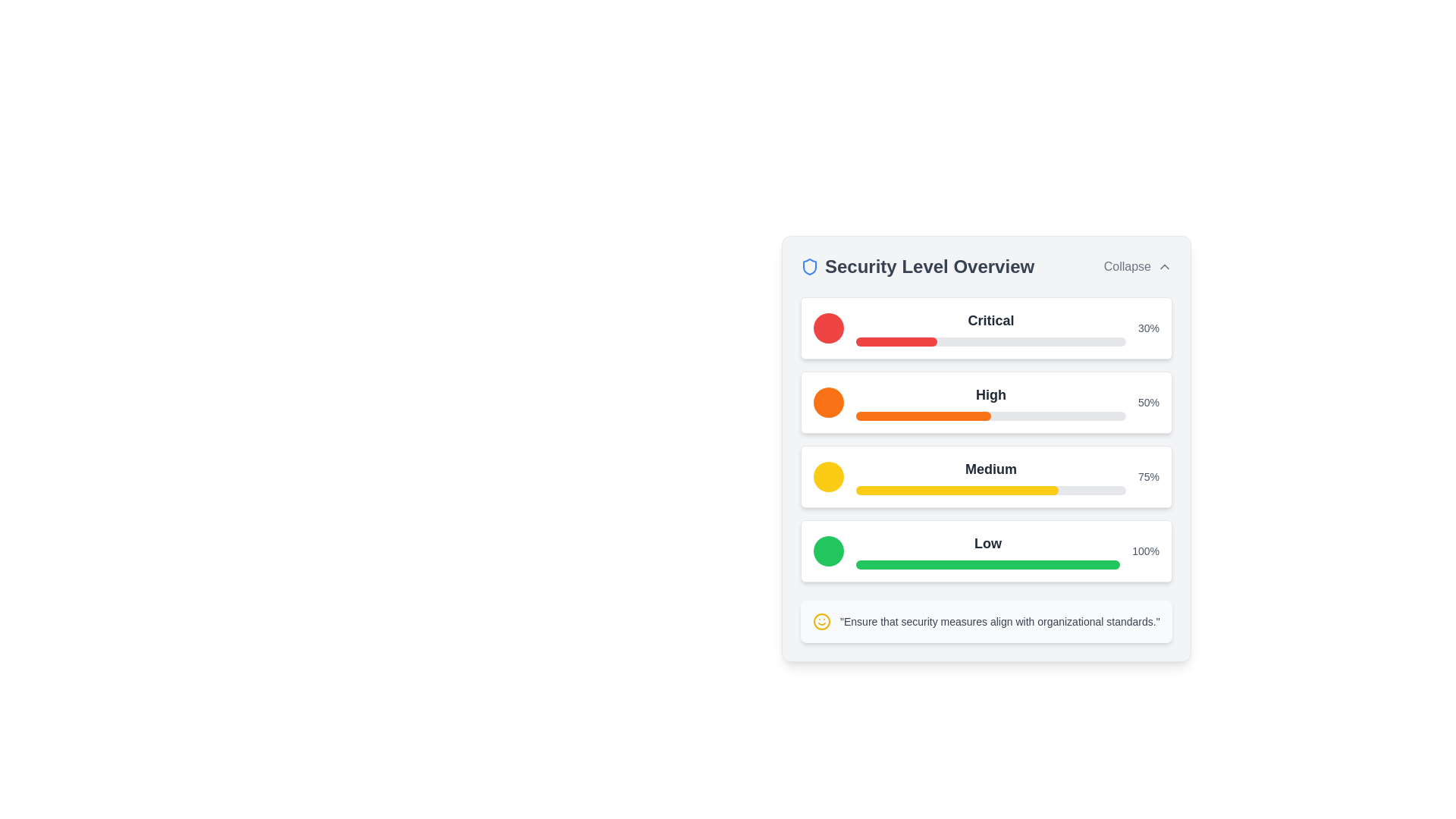 The image size is (1456, 819). Describe the element at coordinates (986, 475) in the screenshot. I see `the Indicator card labeled 'Medium', which features a yellow icon, bold black text 'Medium', a progress bar at 75%, and the text '75%' in gray` at that location.